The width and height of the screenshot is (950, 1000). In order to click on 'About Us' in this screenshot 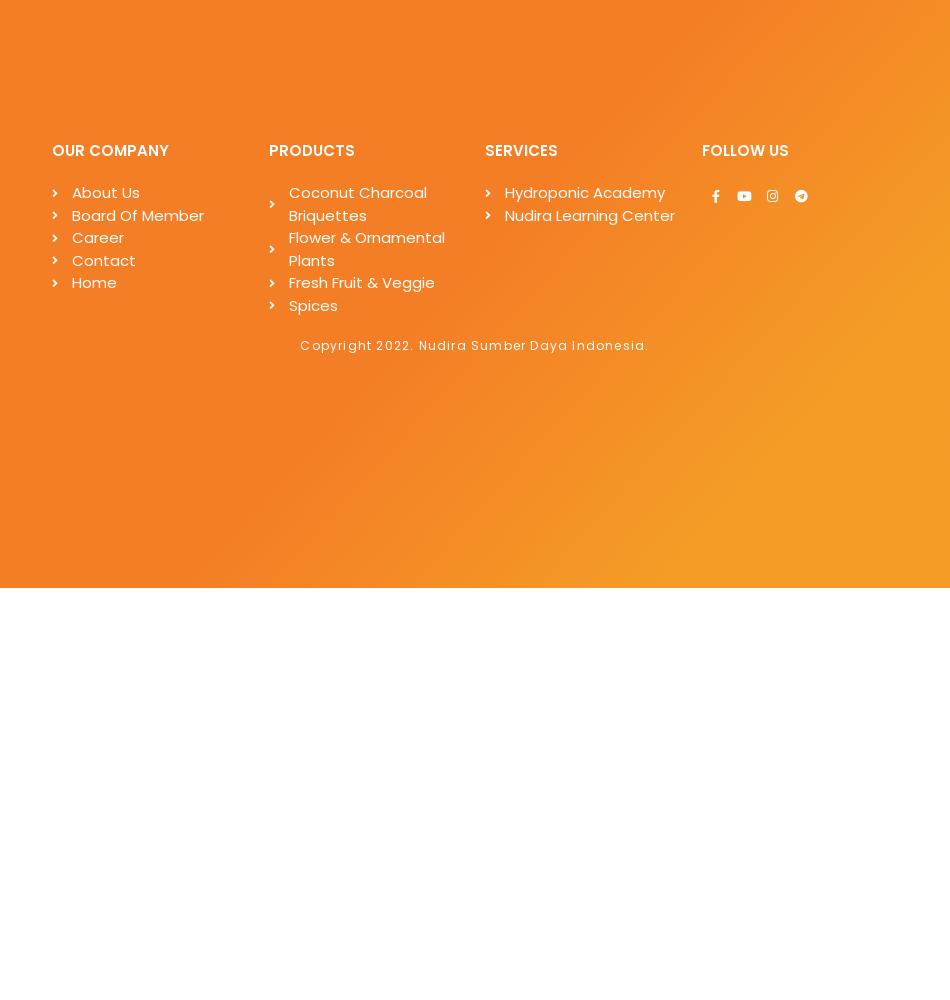, I will do `click(106, 191)`.